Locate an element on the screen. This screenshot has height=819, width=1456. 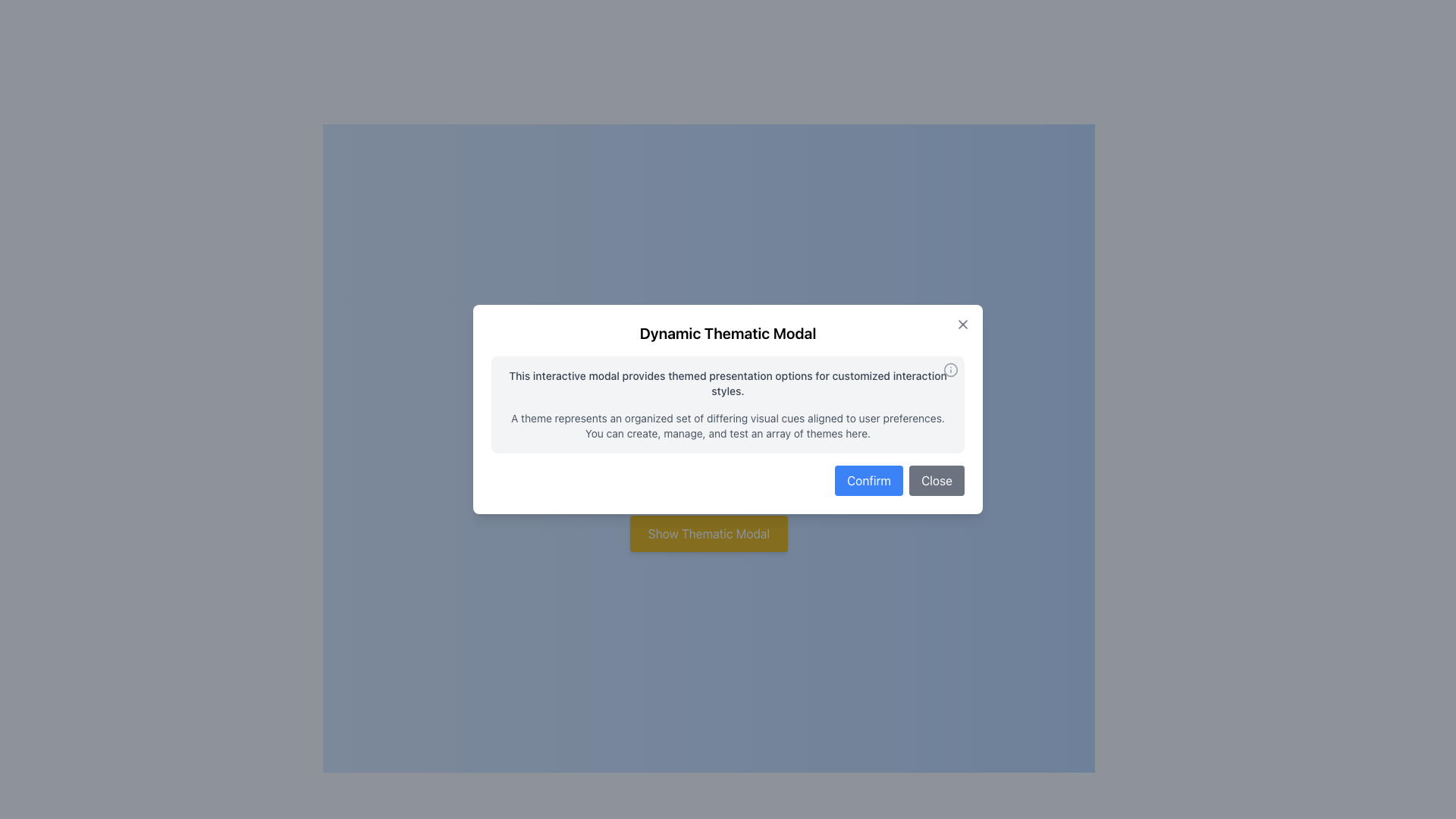
the close icon located at the top-right corner of the modal dialog box is located at coordinates (962, 324).